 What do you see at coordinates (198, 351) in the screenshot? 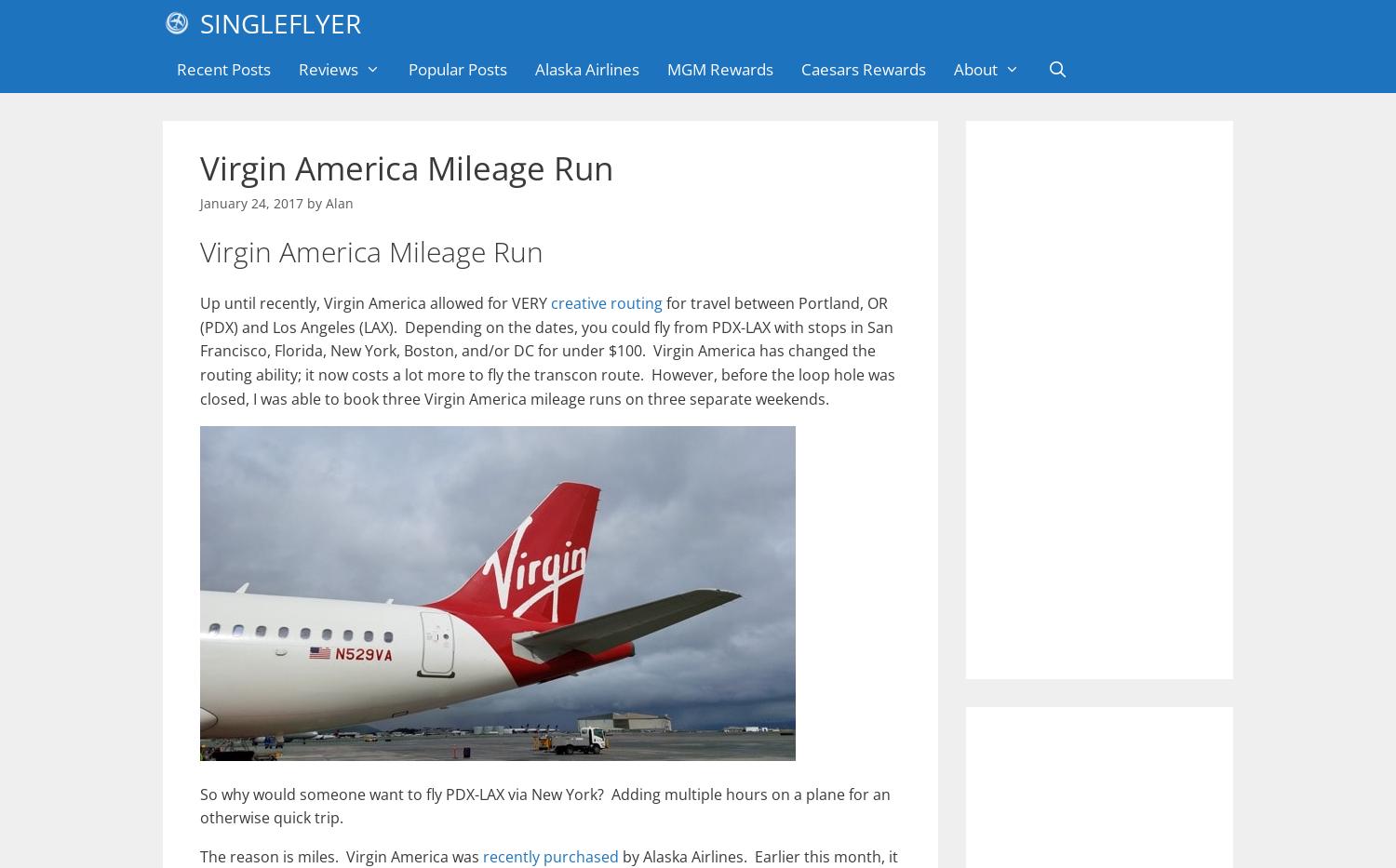
I see `'for travel between Portland, OR (PDX) and Los Angeles (LAX).  Depending on the dates, you could fly from PDX-LAX with stops in San Francisco, Florida, New York, Boston, and/or DC for under $100.  Virgin America has changed the routing ability; it now costs a lot more to fly the transcon route.  However, before the loop hole was closed, I was able to book three Virgin America mileage runs on three separate weekends.'` at bounding box center [198, 351].